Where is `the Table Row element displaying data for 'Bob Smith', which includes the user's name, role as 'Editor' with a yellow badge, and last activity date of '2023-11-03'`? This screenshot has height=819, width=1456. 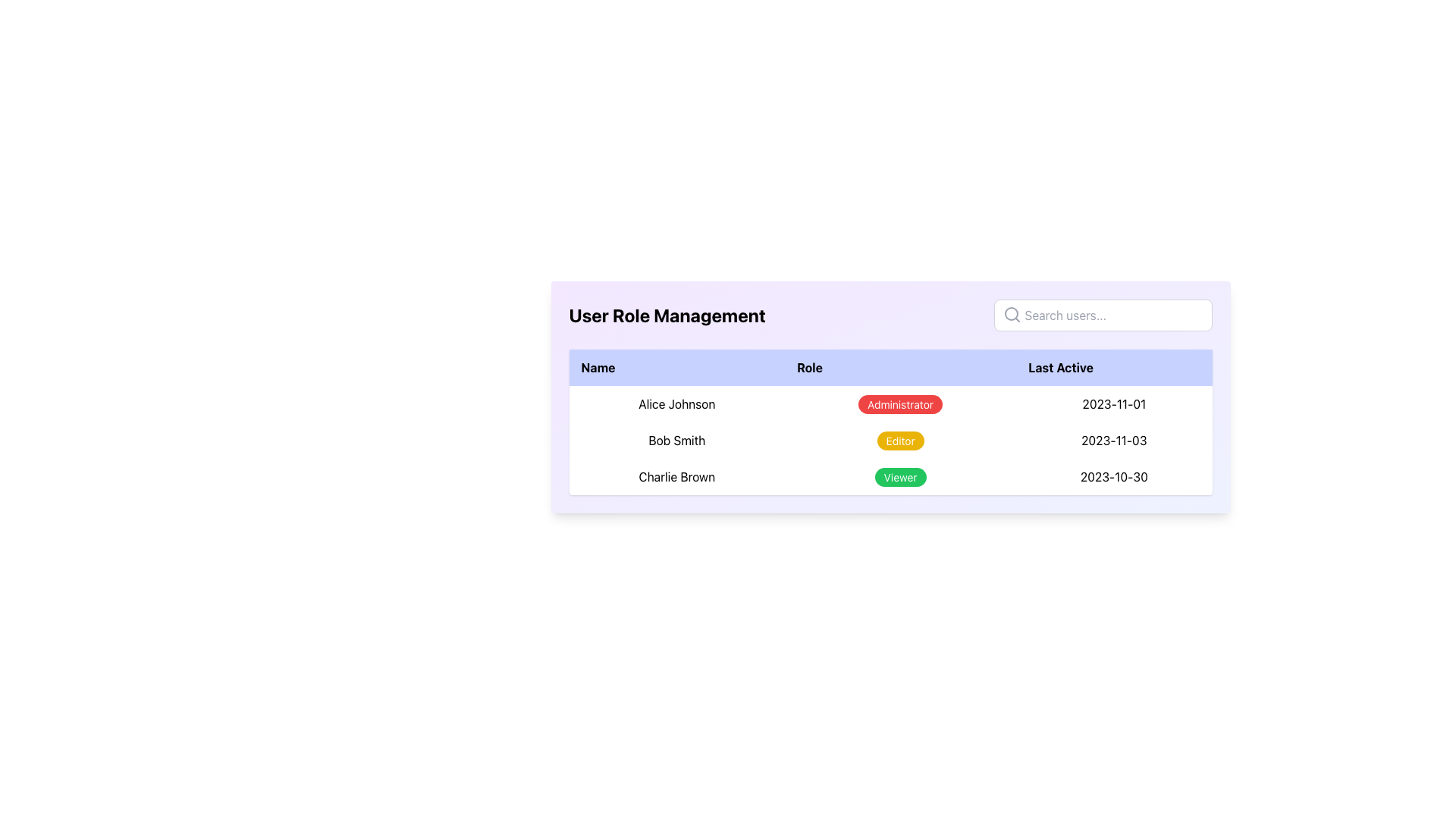
the Table Row element displaying data for 'Bob Smith', which includes the user's name, role as 'Editor' with a yellow badge, and last activity date of '2023-11-03' is located at coordinates (890, 441).